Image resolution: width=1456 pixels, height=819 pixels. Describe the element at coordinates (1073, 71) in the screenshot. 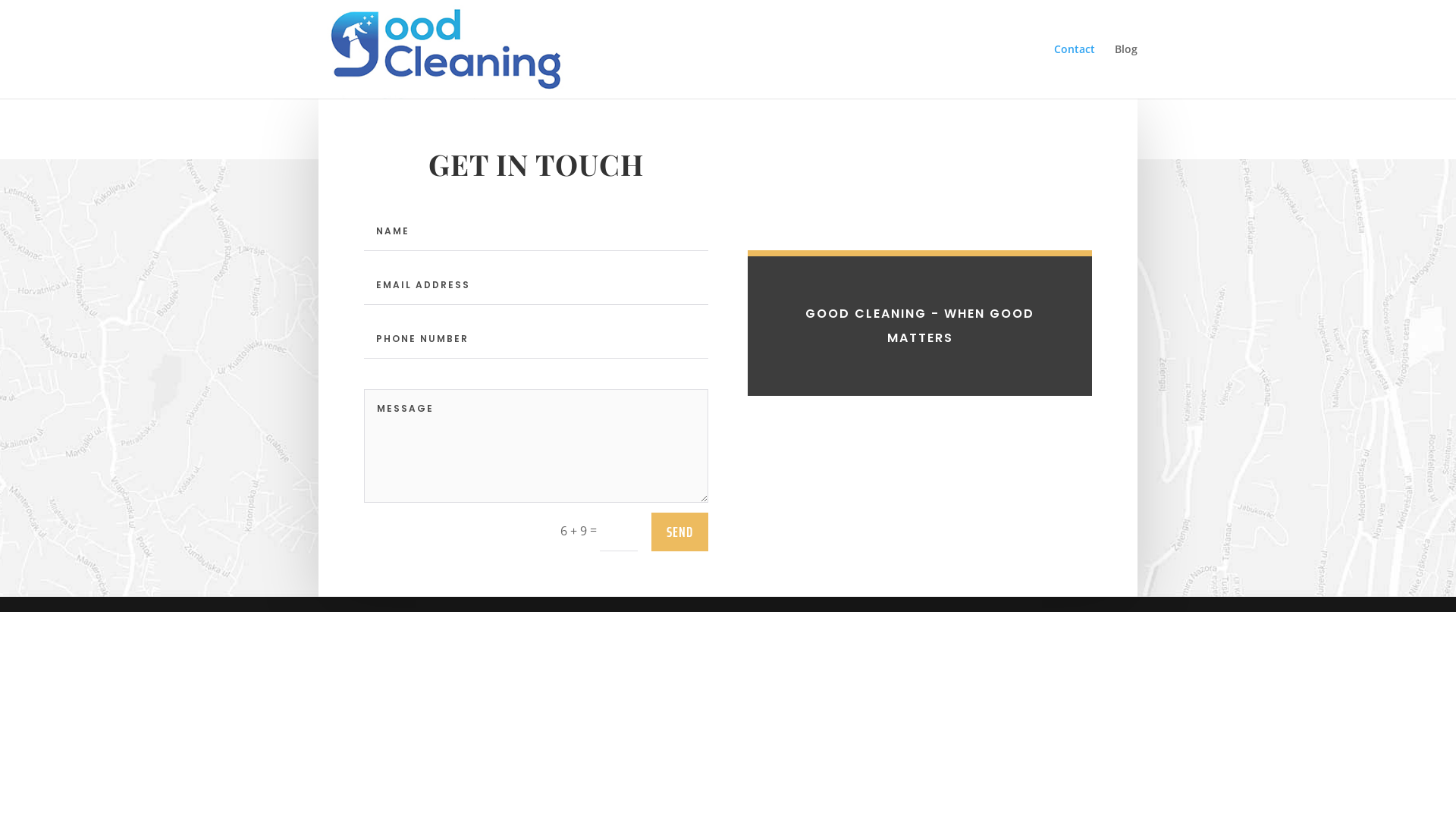

I see `'Contact'` at that location.